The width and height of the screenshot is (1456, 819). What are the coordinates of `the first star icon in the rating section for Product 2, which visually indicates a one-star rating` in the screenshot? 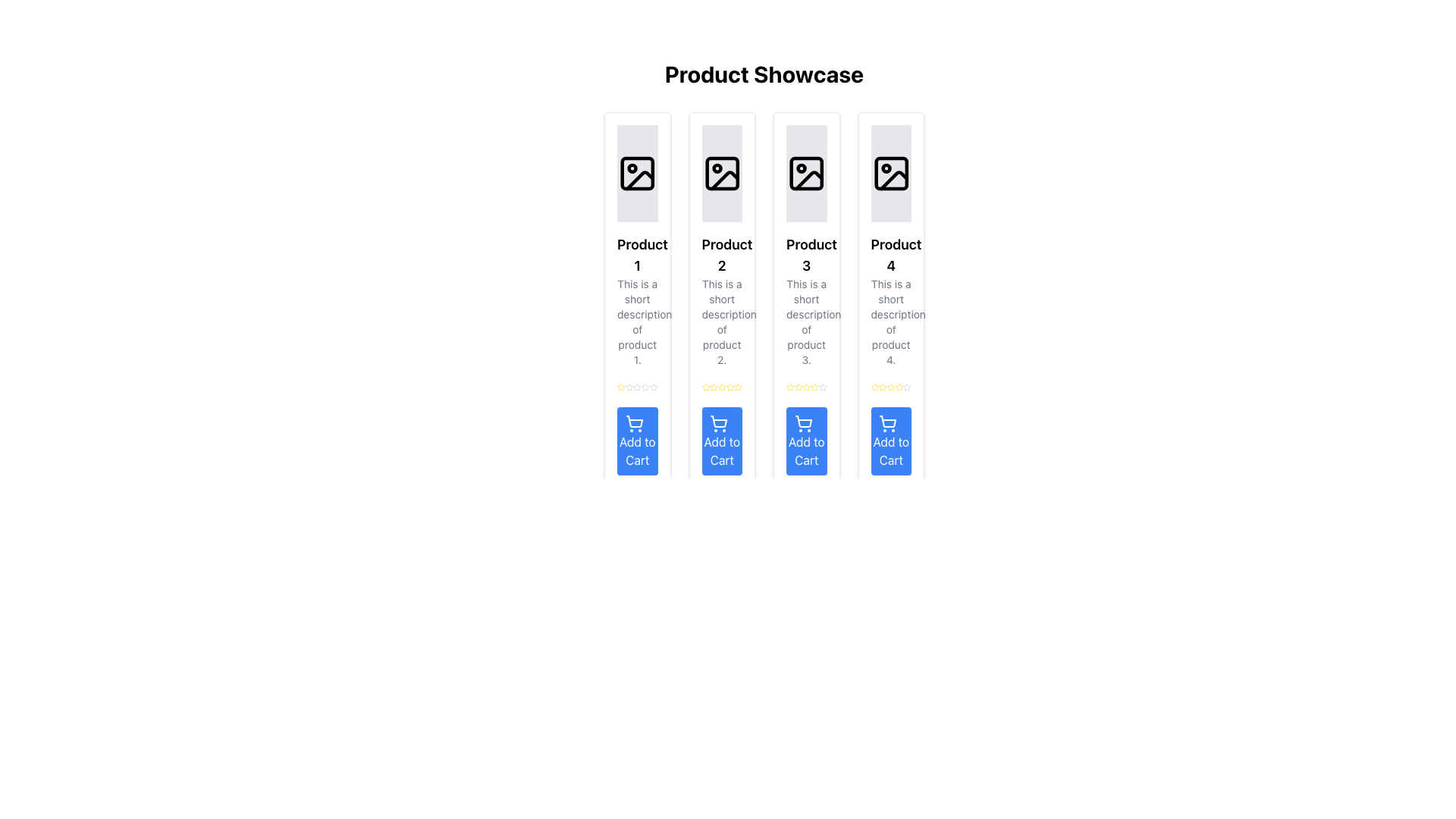 It's located at (730, 386).